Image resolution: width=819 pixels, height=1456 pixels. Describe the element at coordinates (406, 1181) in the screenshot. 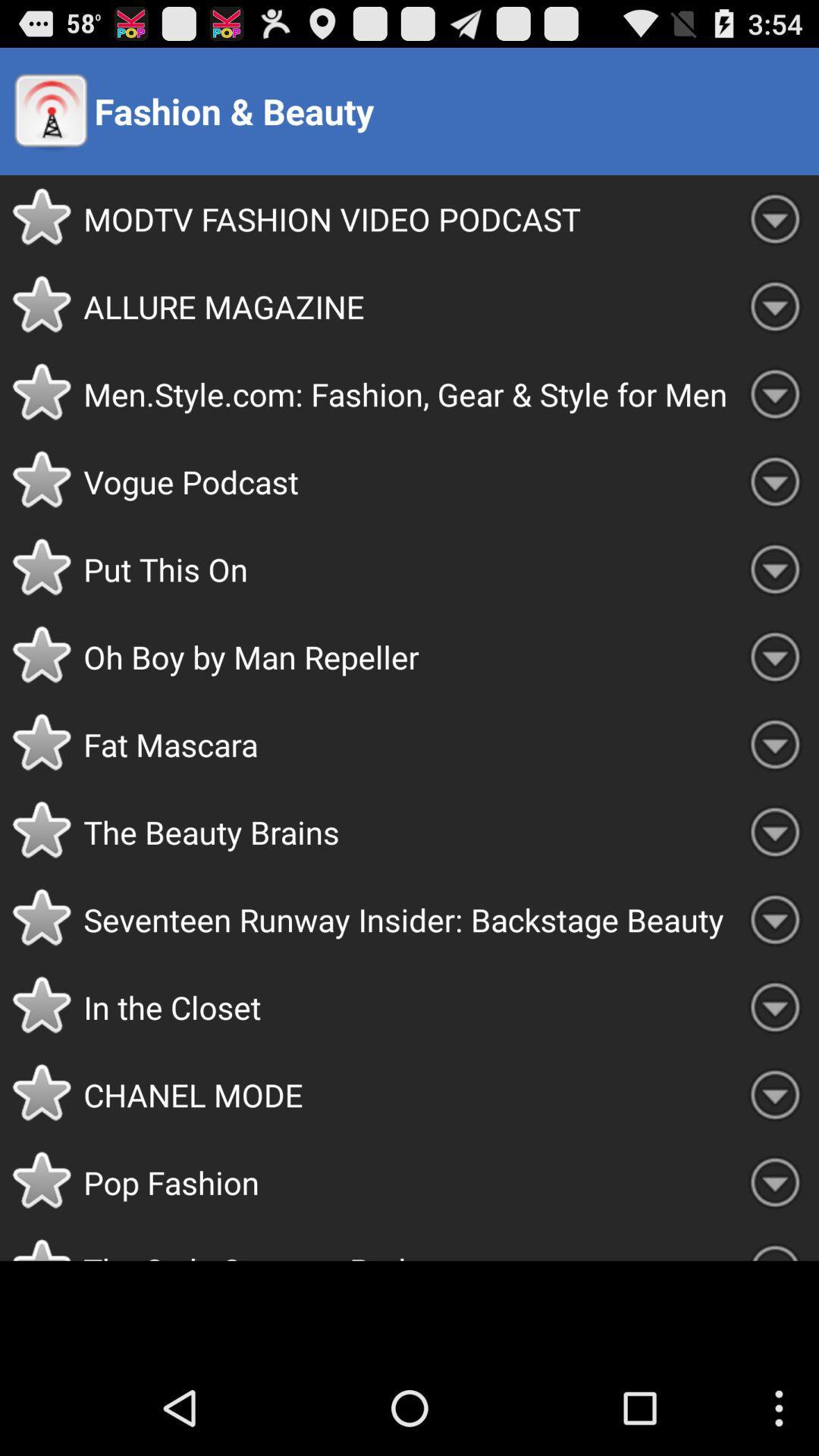

I see `the icon below the chanel mode app` at that location.